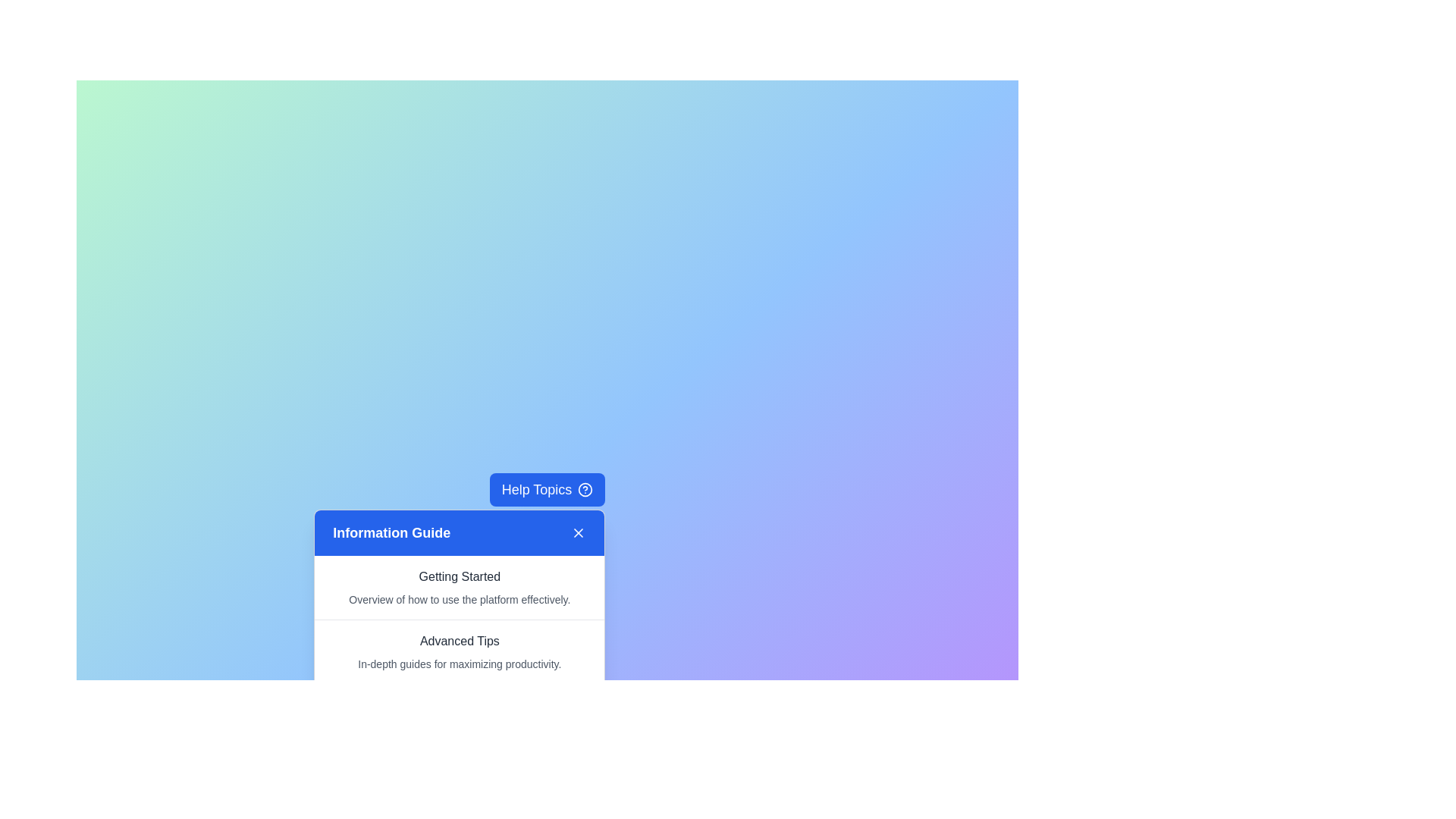 The image size is (1456, 819). What do you see at coordinates (546, 489) in the screenshot?
I see `the interactive help button located above the blue header labeled 'Information Guide'` at bounding box center [546, 489].